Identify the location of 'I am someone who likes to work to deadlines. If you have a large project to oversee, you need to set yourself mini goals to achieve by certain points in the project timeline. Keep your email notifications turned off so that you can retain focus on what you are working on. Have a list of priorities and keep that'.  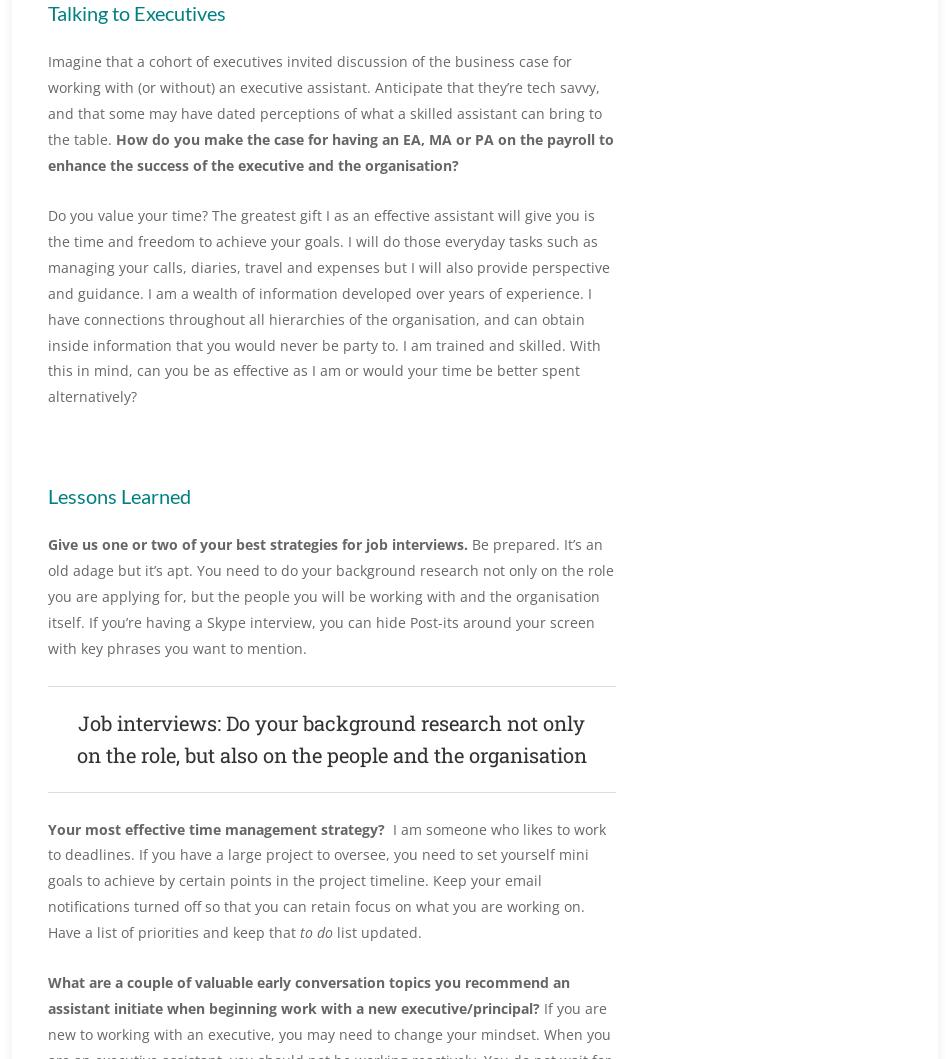
(325, 880).